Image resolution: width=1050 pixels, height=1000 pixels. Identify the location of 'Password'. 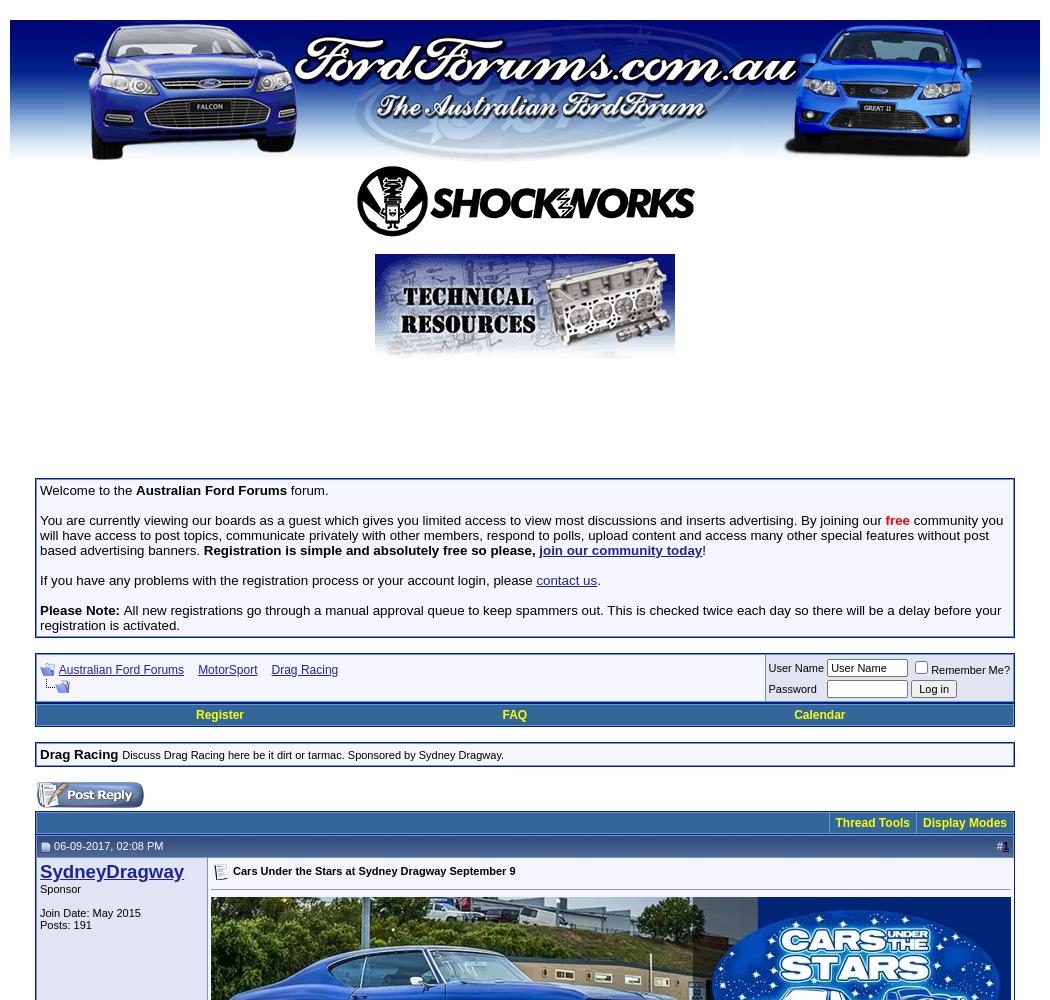
(767, 688).